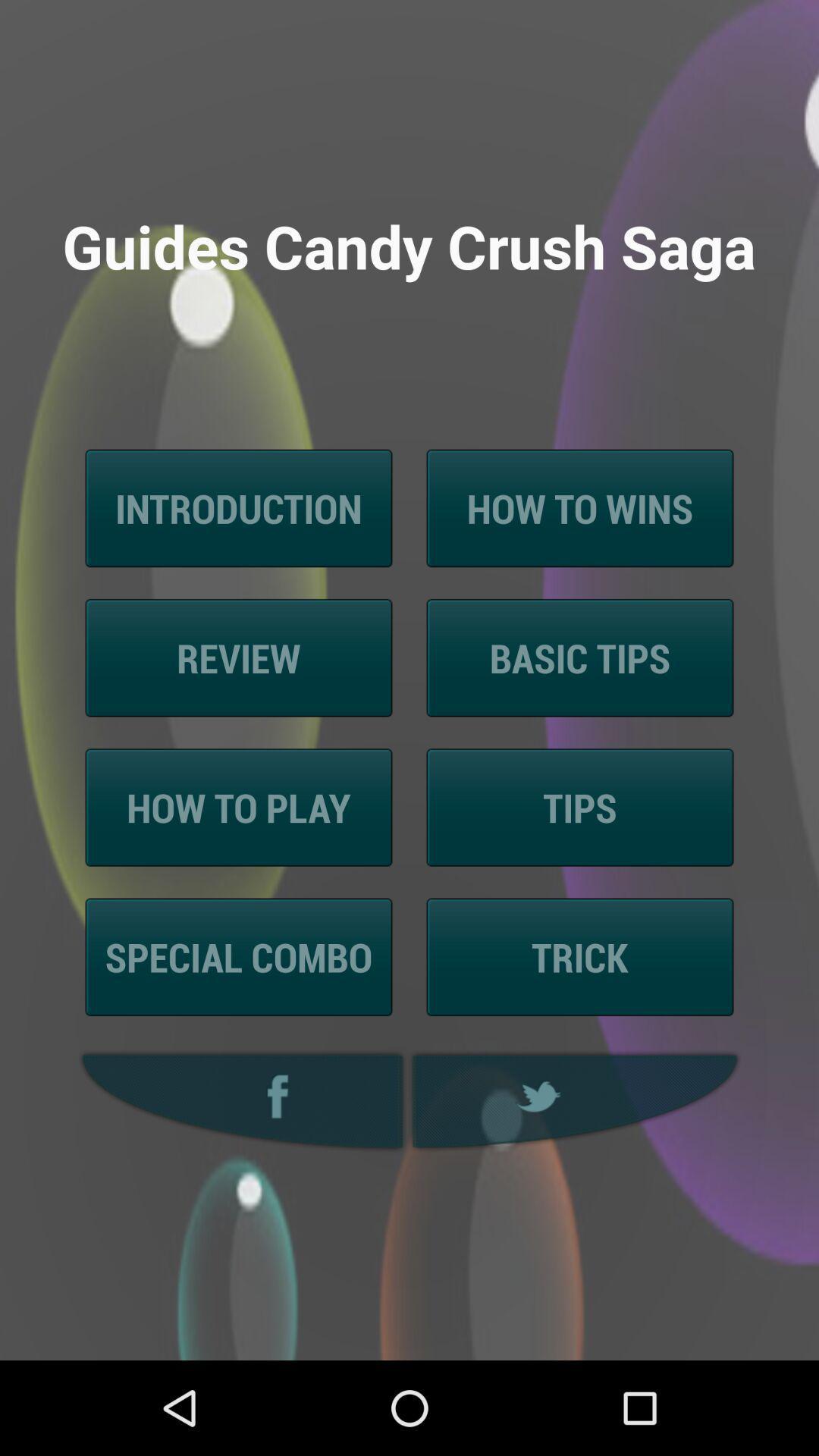 The width and height of the screenshot is (819, 1456). What do you see at coordinates (239, 508) in the screenshot?
I see `the icon above the review item` at bounding box center [239, 508].